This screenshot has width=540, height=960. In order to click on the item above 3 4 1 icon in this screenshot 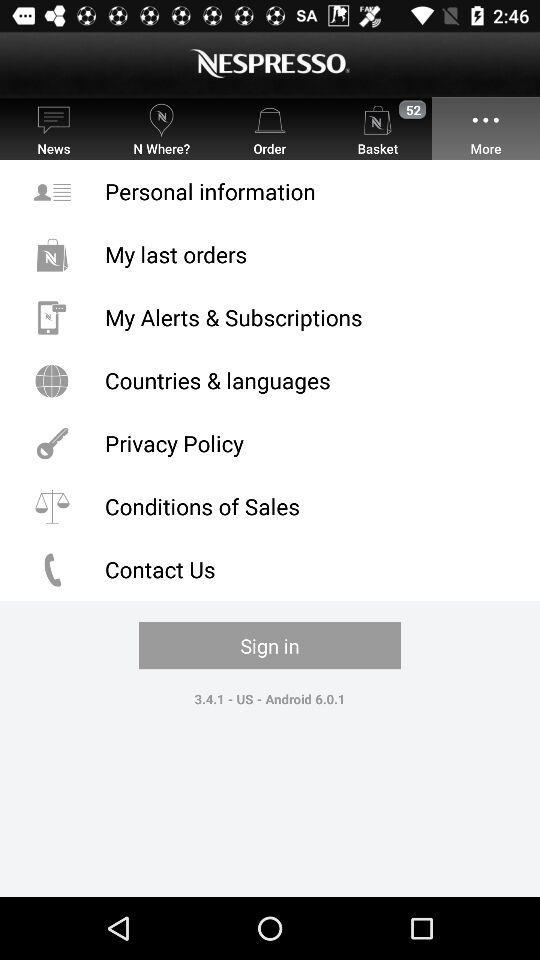, I will do `click(270, 644)`.